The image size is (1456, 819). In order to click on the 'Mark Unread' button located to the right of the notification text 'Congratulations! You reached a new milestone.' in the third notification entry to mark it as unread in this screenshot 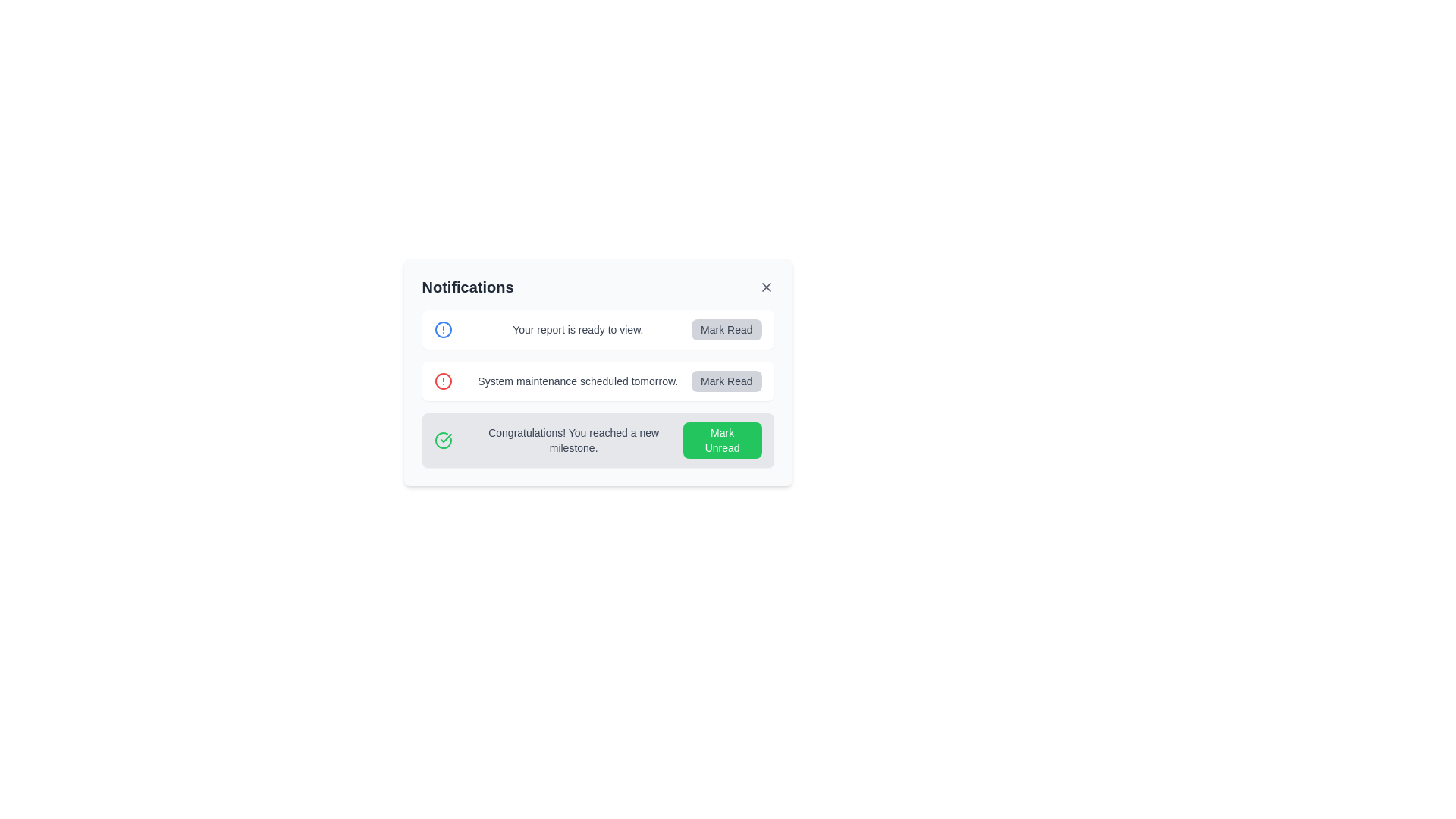, I will do `click(721, 441)`.